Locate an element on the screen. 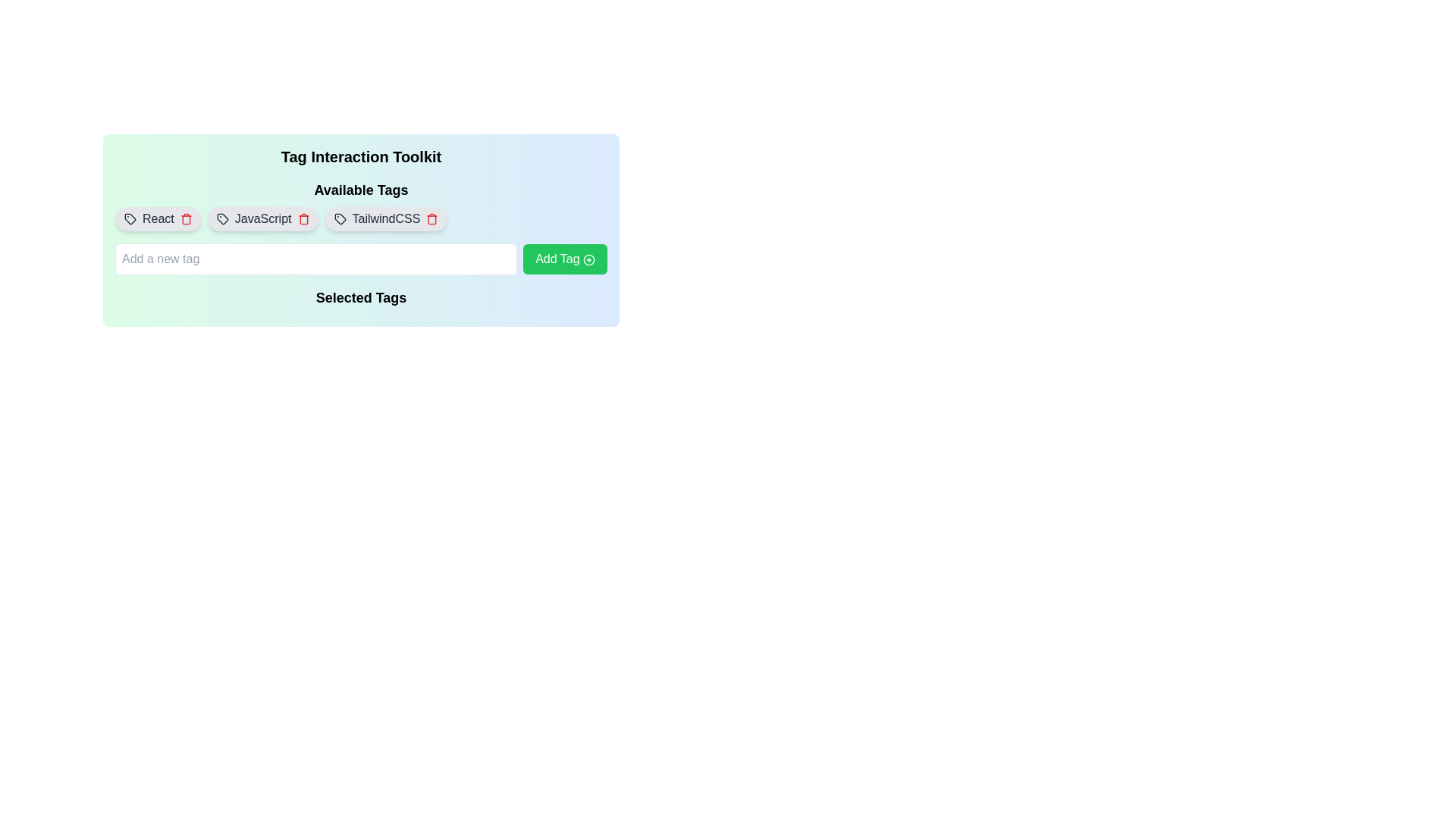 The width and height of the screenshot is (1456, 819). the SVG circle element that serves as a visual indicator for the 'Add Tag' button, located on the right side of the button is located at coordinates (588, 259).